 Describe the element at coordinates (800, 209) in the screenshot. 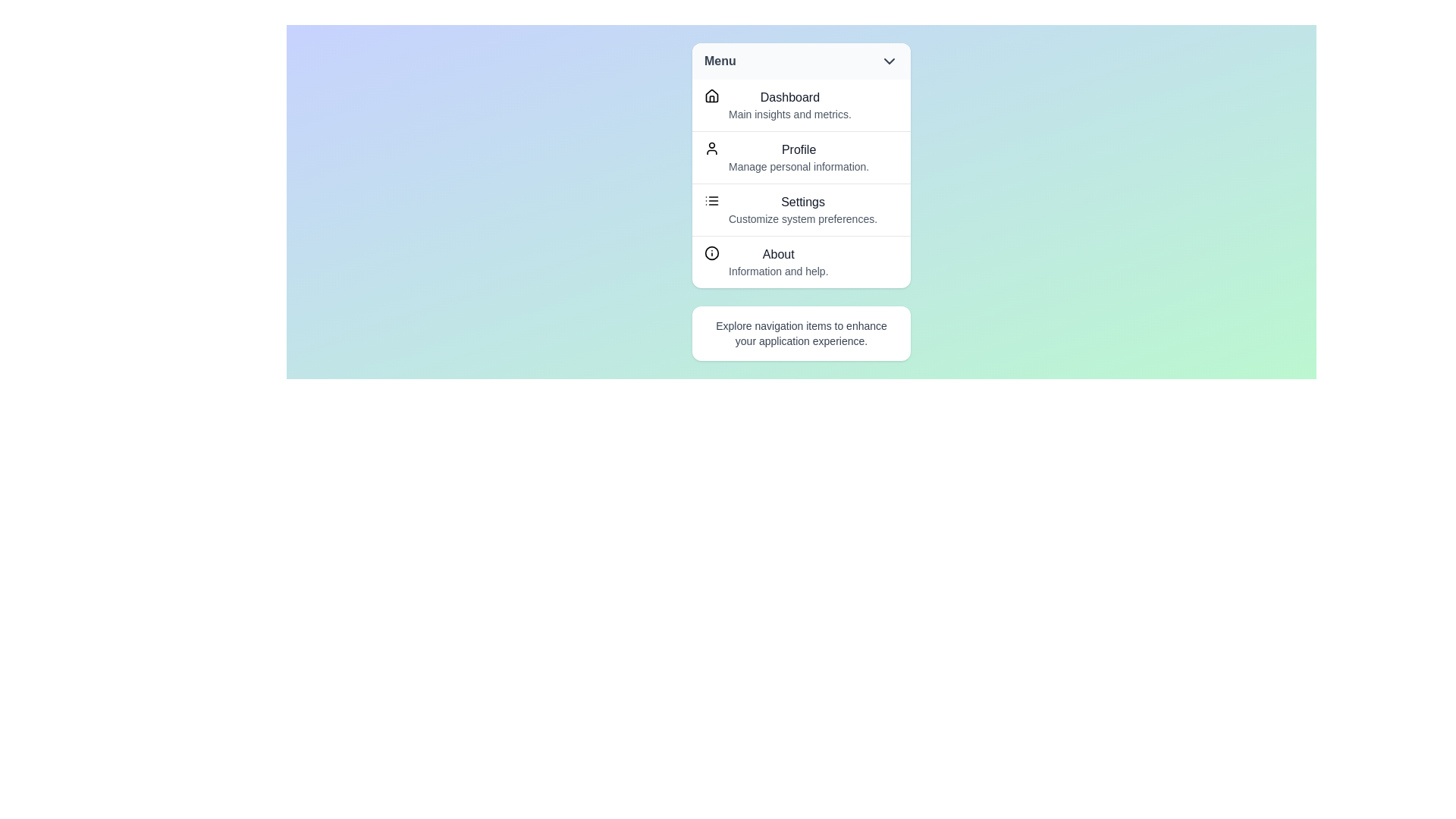

I see `the menu item labeled Settings` at that location.